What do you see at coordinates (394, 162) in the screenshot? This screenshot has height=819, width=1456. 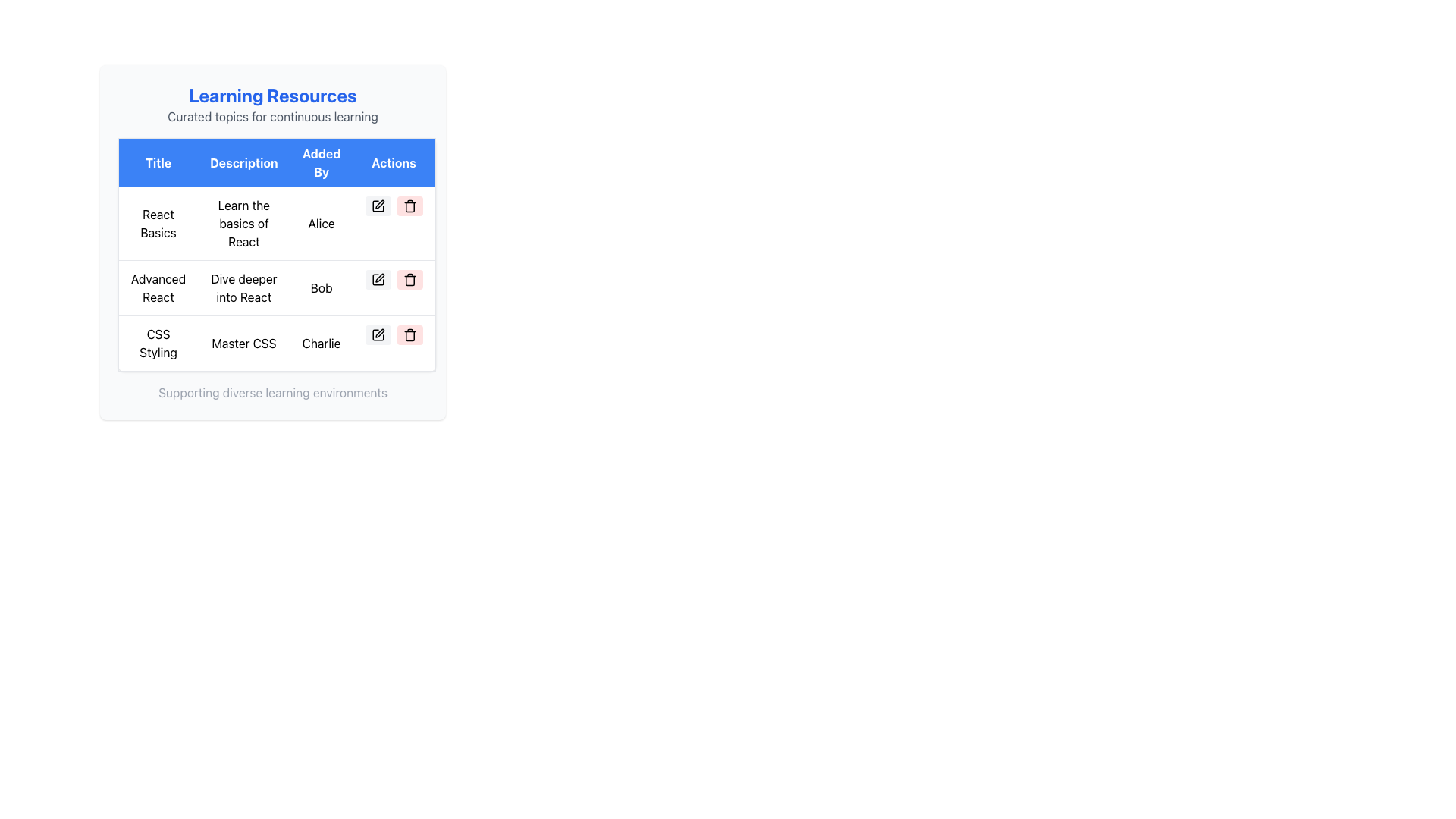 I see `the 'Actions' column header, which is the last column header in a four-column table layout, centrally aligned and located to the right of the 'Added By' header` at bounding box center [394, 162].